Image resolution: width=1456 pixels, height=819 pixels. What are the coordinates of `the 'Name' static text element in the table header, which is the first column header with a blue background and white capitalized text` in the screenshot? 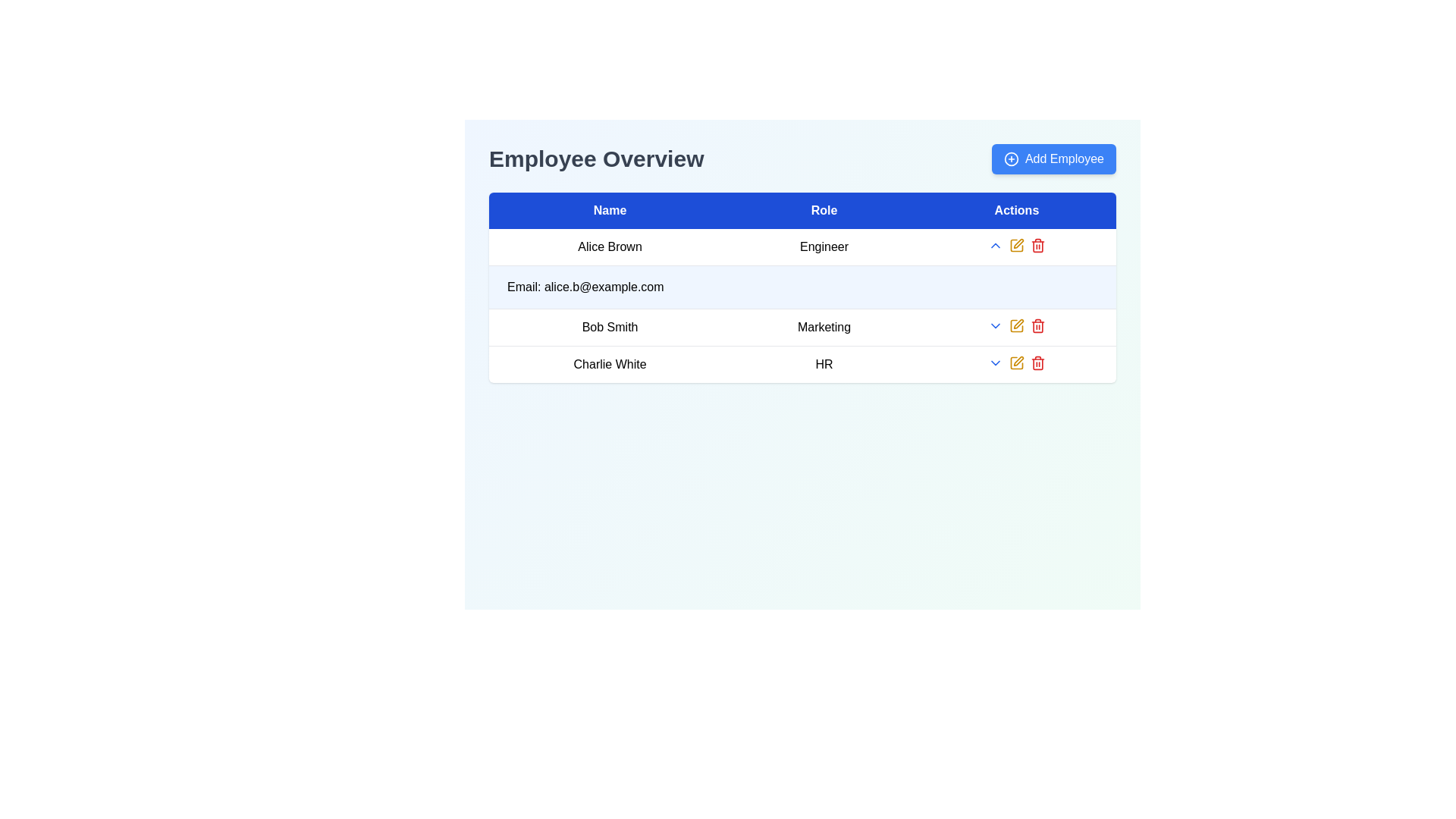 It's located at (610, 210).